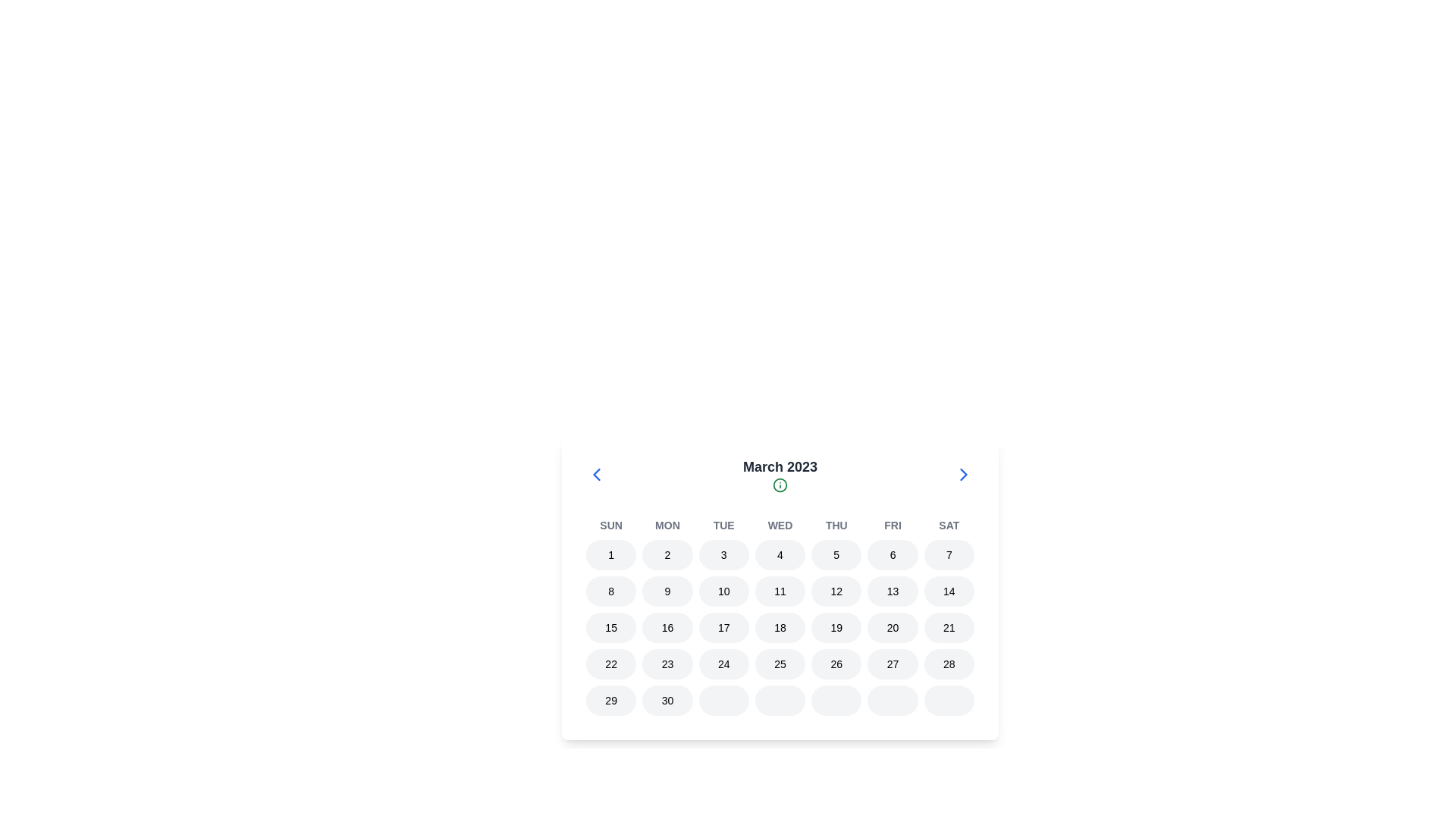 This screenshot has width=1456, height=819. Describe the element at coordinates (893, 590) in the screenshot. I see `the circular button with the black text '13' on a light grey background, located in the second row of the calendar grid under the 'FRI' column` at that location.